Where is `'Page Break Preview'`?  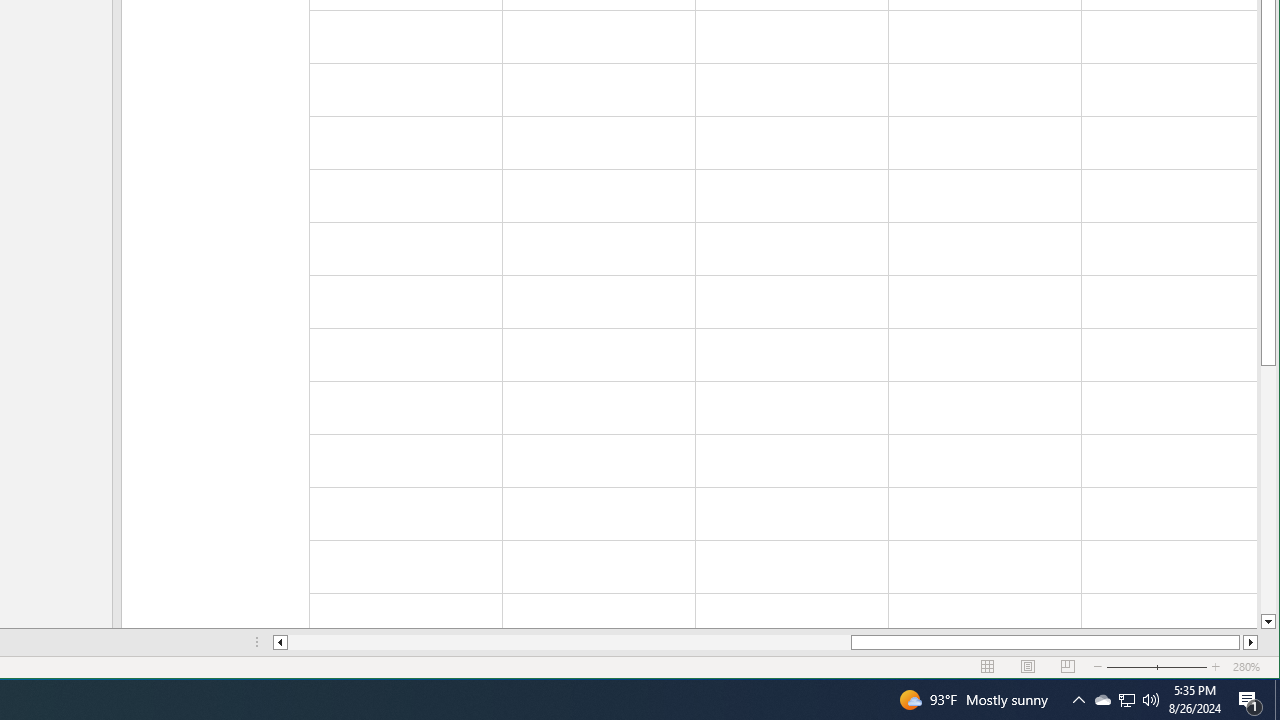 'Page Break Preview' is located at coordinates (1067, 667).